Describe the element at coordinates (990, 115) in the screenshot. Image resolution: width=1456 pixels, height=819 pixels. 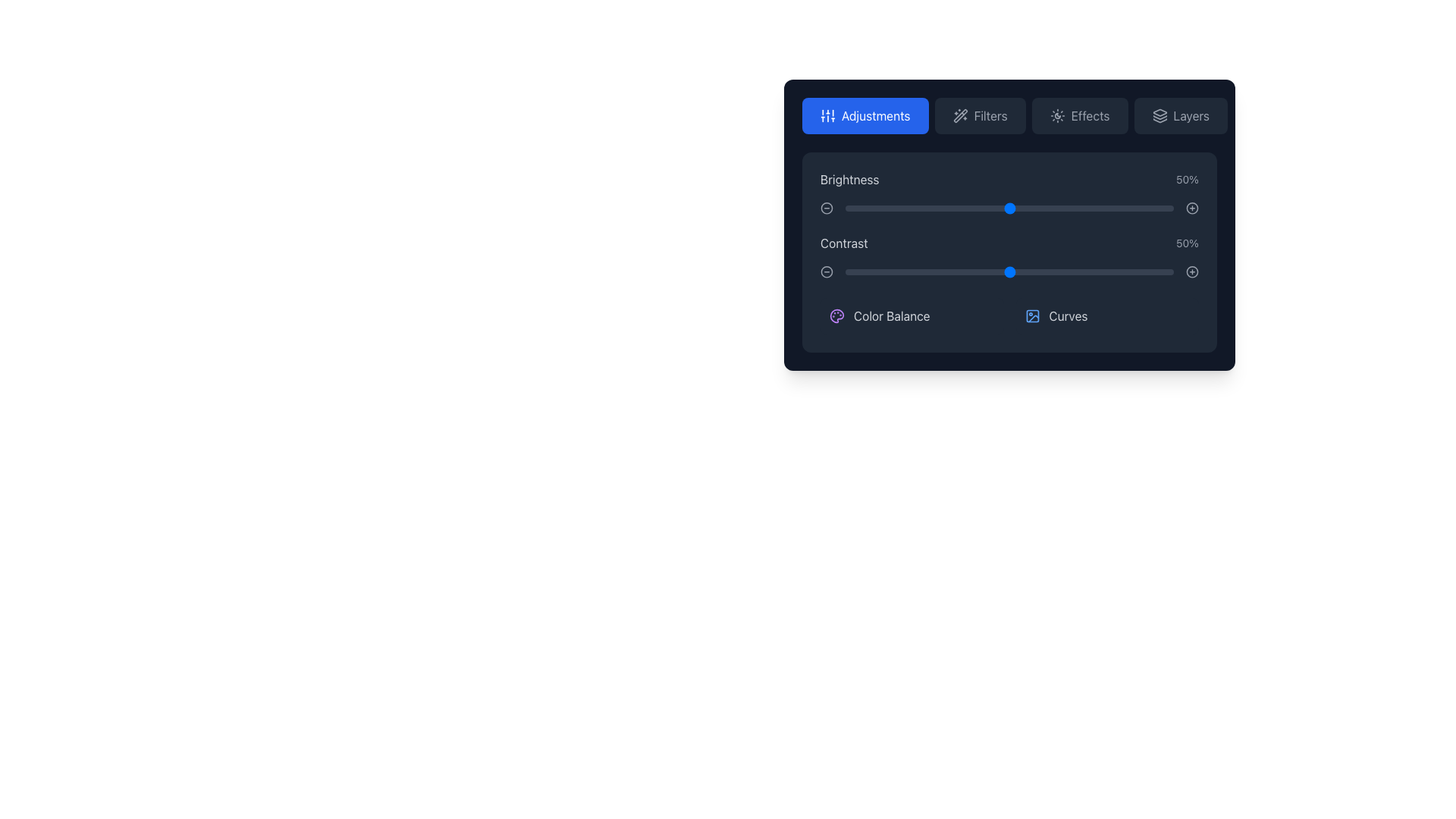
I see `the 'Filters' text label, which is a light-colored text on a dark background, positioned as the second item in a horizontal tab panel` at that location.